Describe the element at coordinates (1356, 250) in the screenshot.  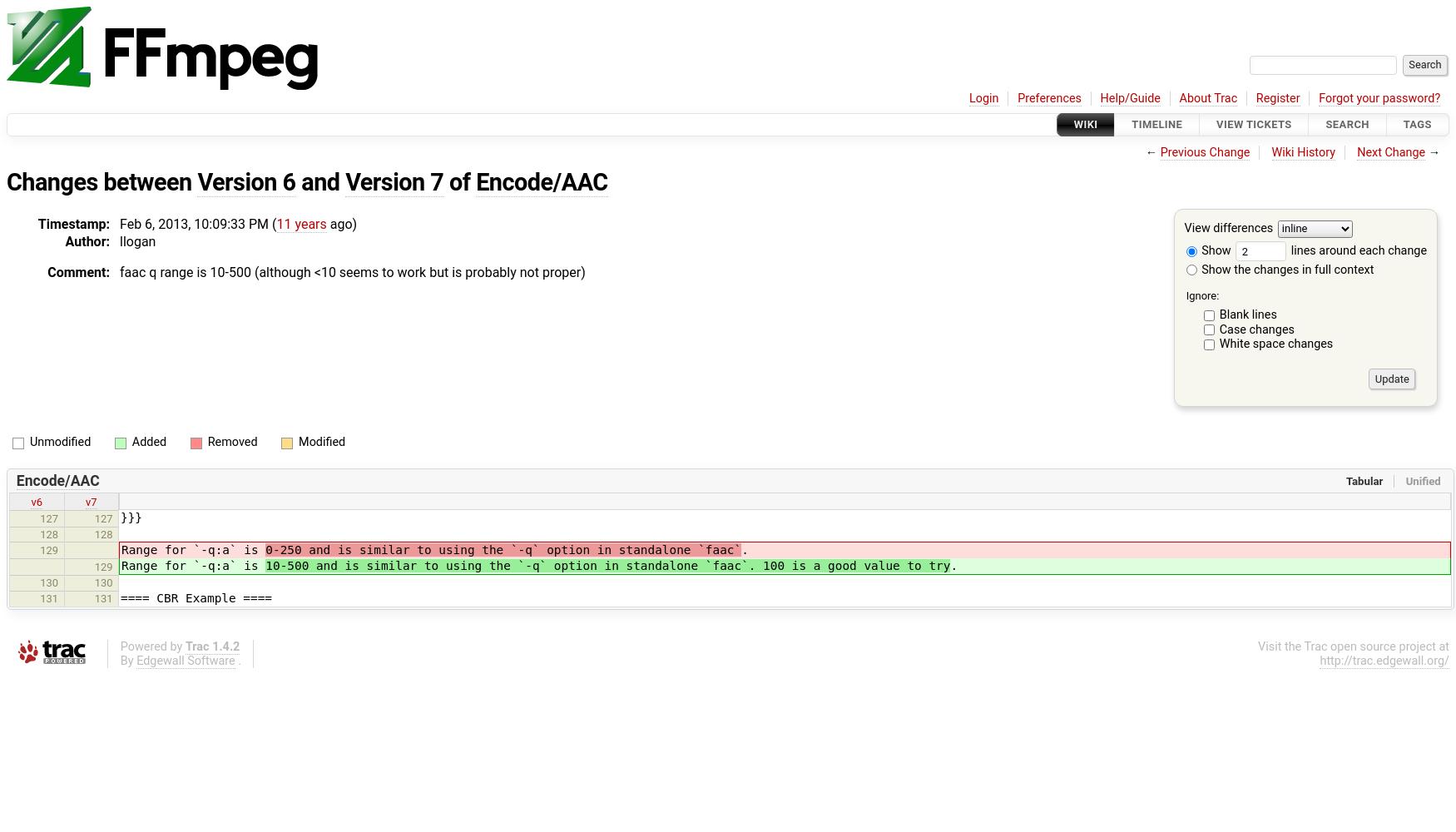
I see `'lines around each change'` at that location.